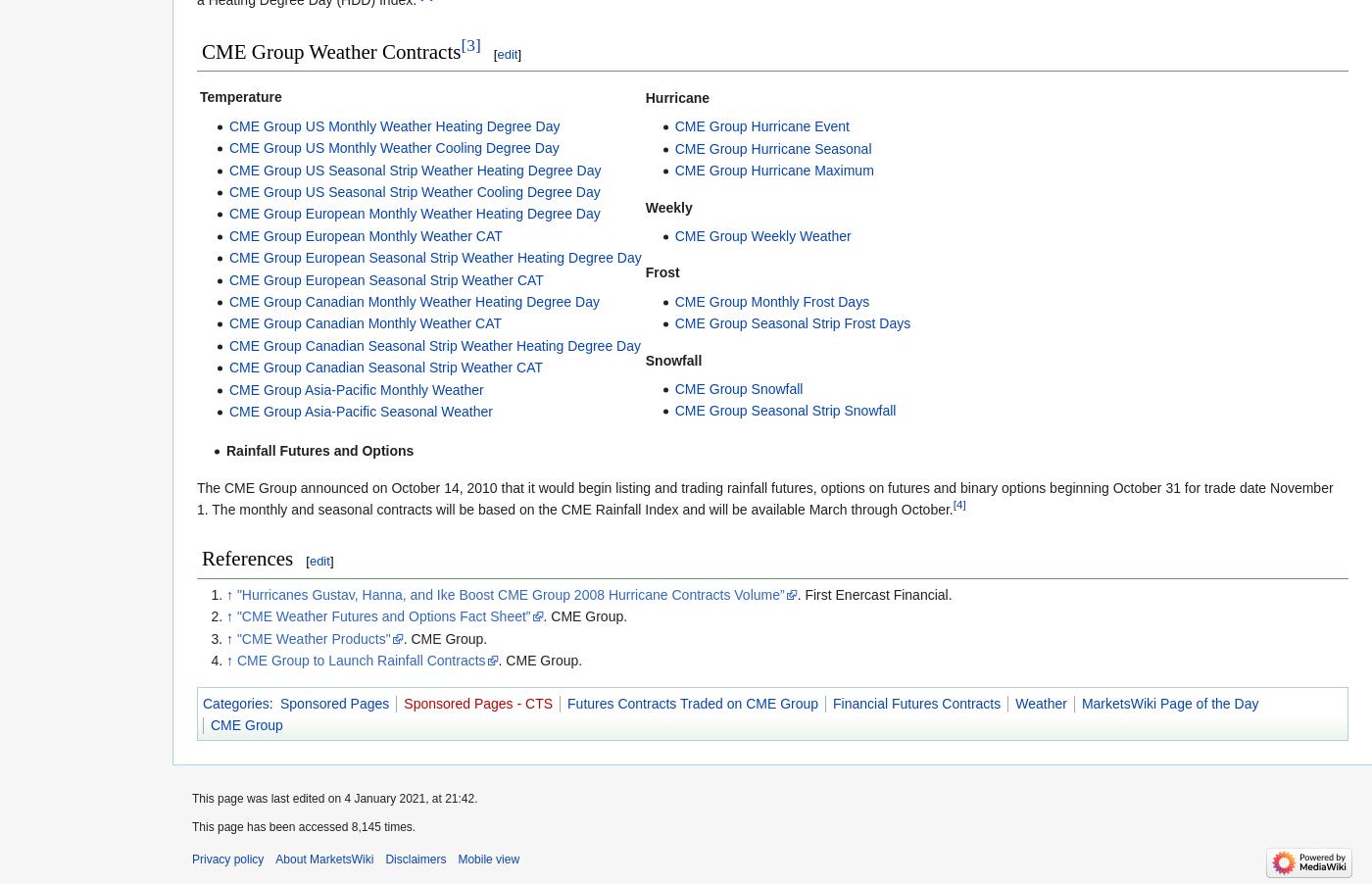  I want to click on 'Futures Contracts Traded on CME Group', so click(693, 702).